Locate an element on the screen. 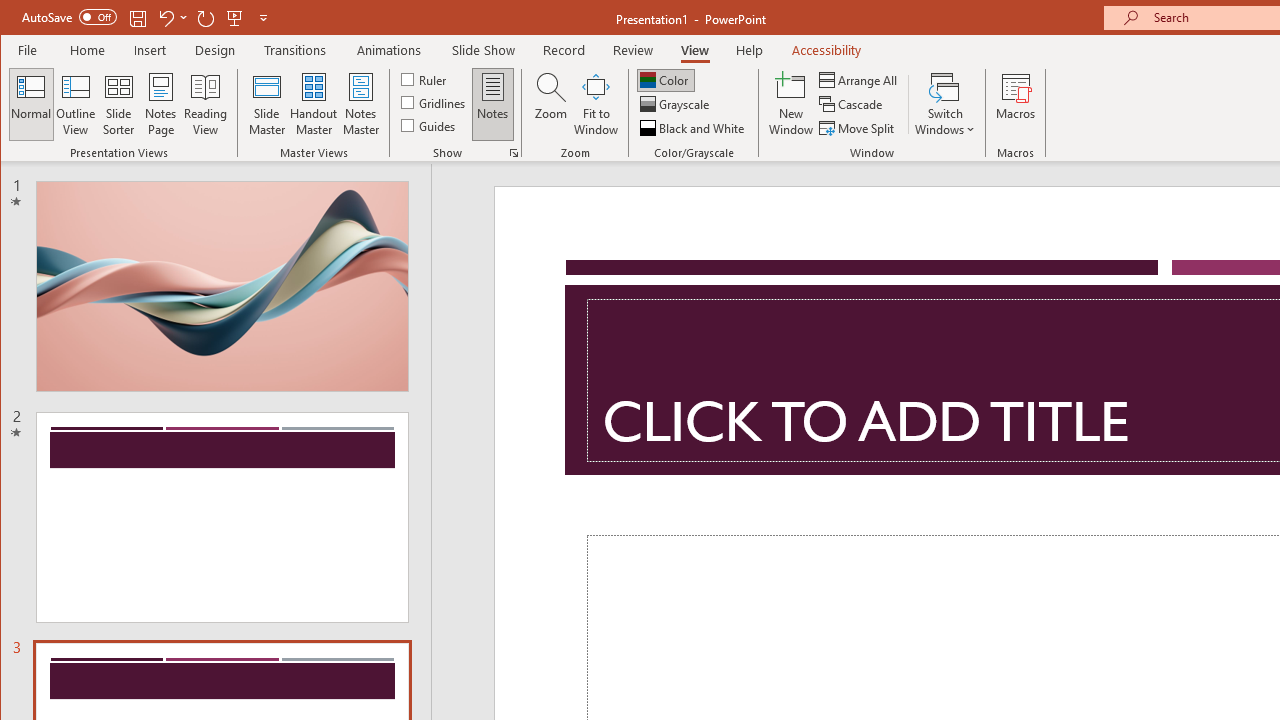 This screenshot has height=720, width=1280. 'Zoom...' is located at coordinates (551, 104).